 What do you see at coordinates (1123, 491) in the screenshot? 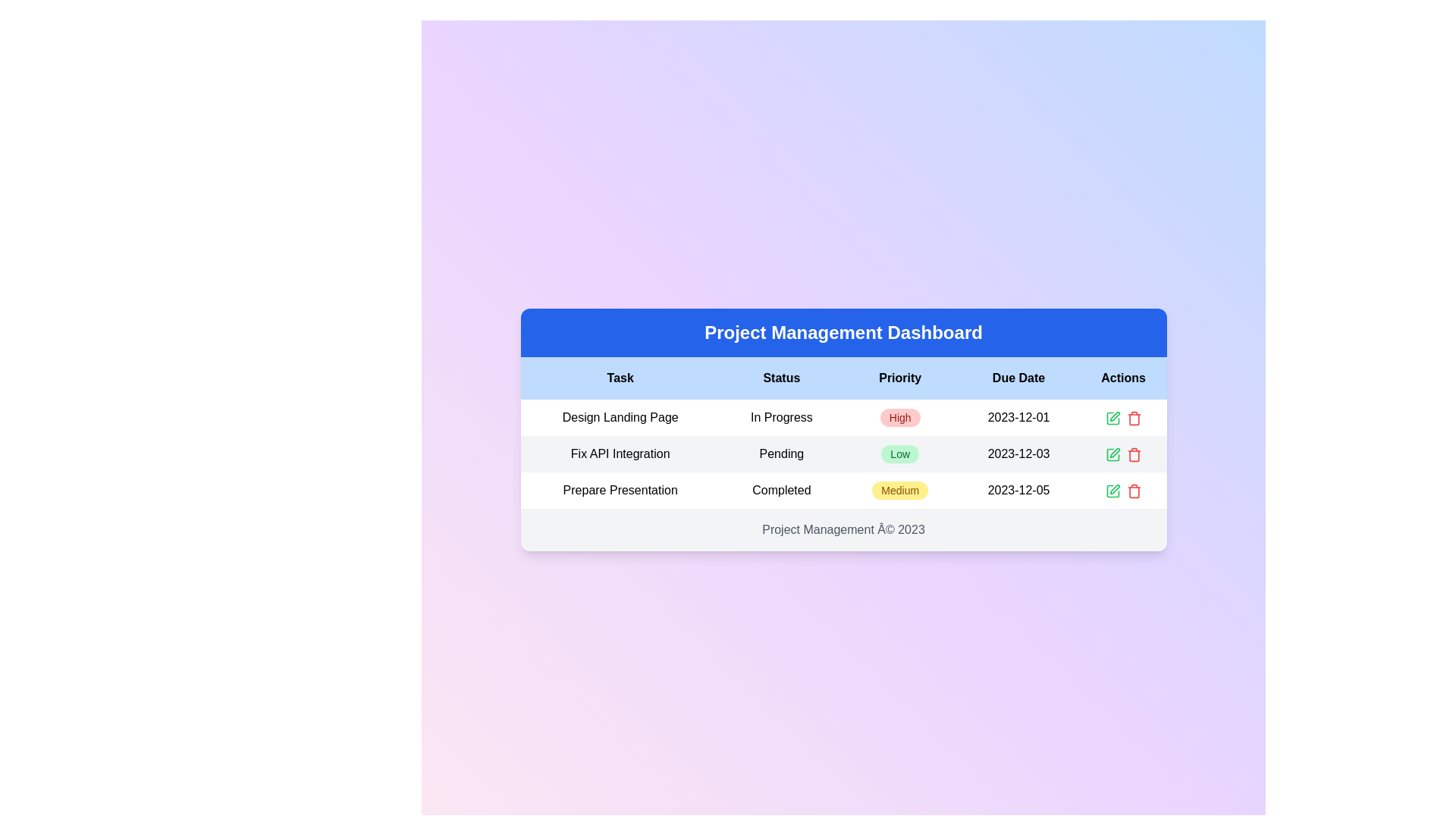
I see `the interactive icons in the 'Actions' column for the task 'Prepare Presentation'` at bounding box center [1123, 491].